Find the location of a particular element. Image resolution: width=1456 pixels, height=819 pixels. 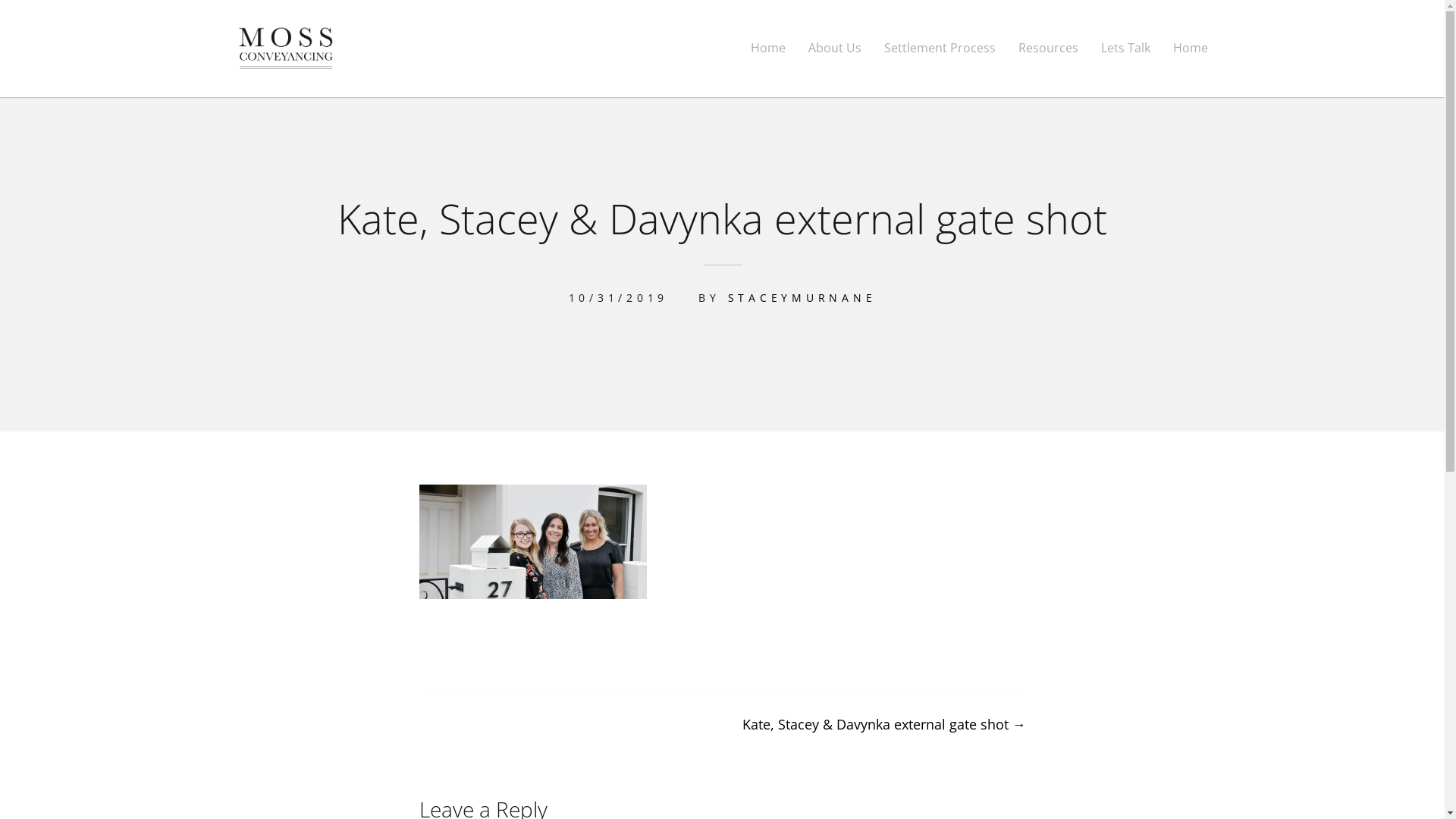

'About Us' is located at coordinates (833, 47).